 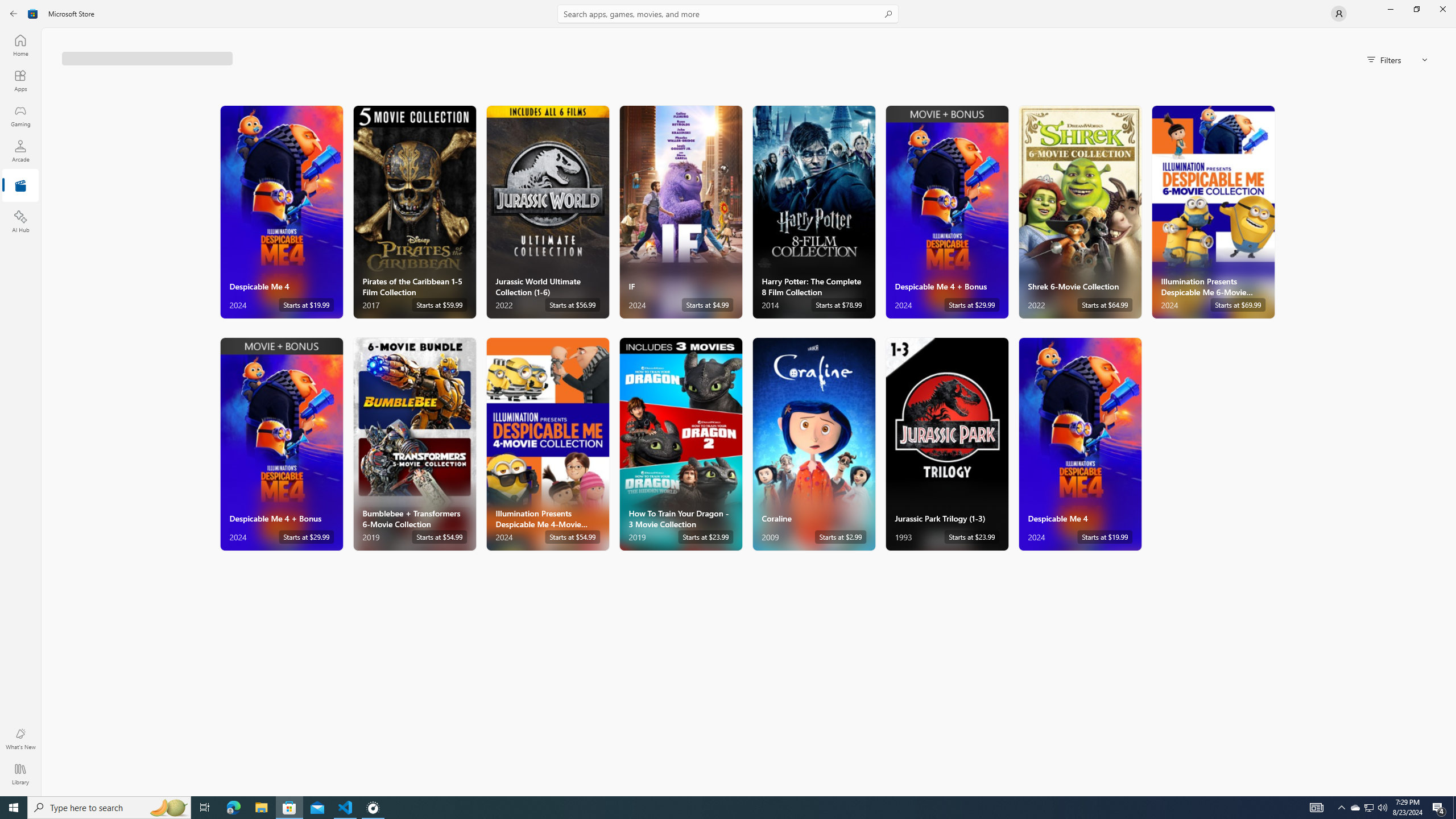 I want to click on 'Back', so click(x=14, y=13).